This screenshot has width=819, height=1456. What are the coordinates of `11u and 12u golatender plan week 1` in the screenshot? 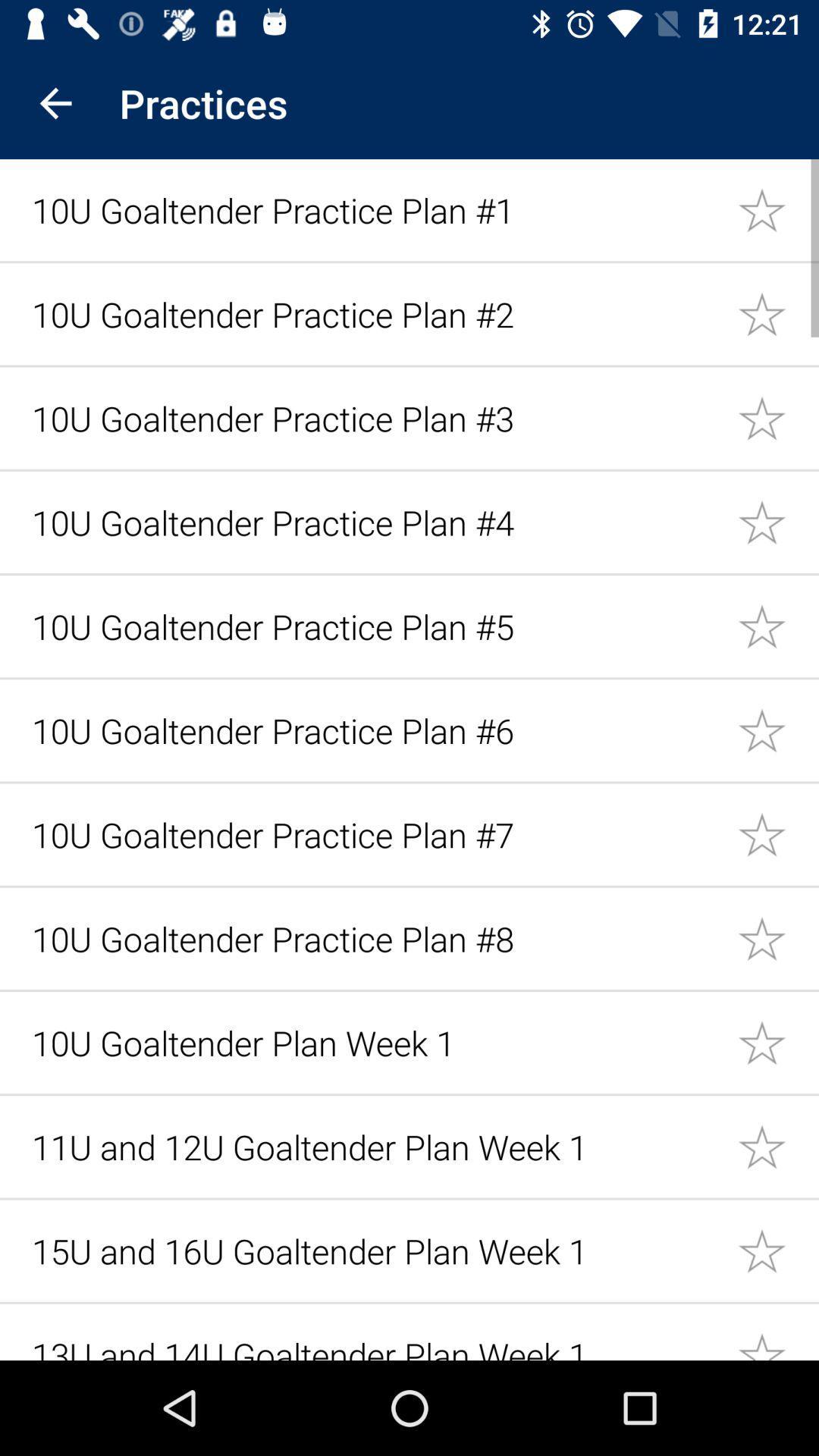 It's located at (778, 1147).